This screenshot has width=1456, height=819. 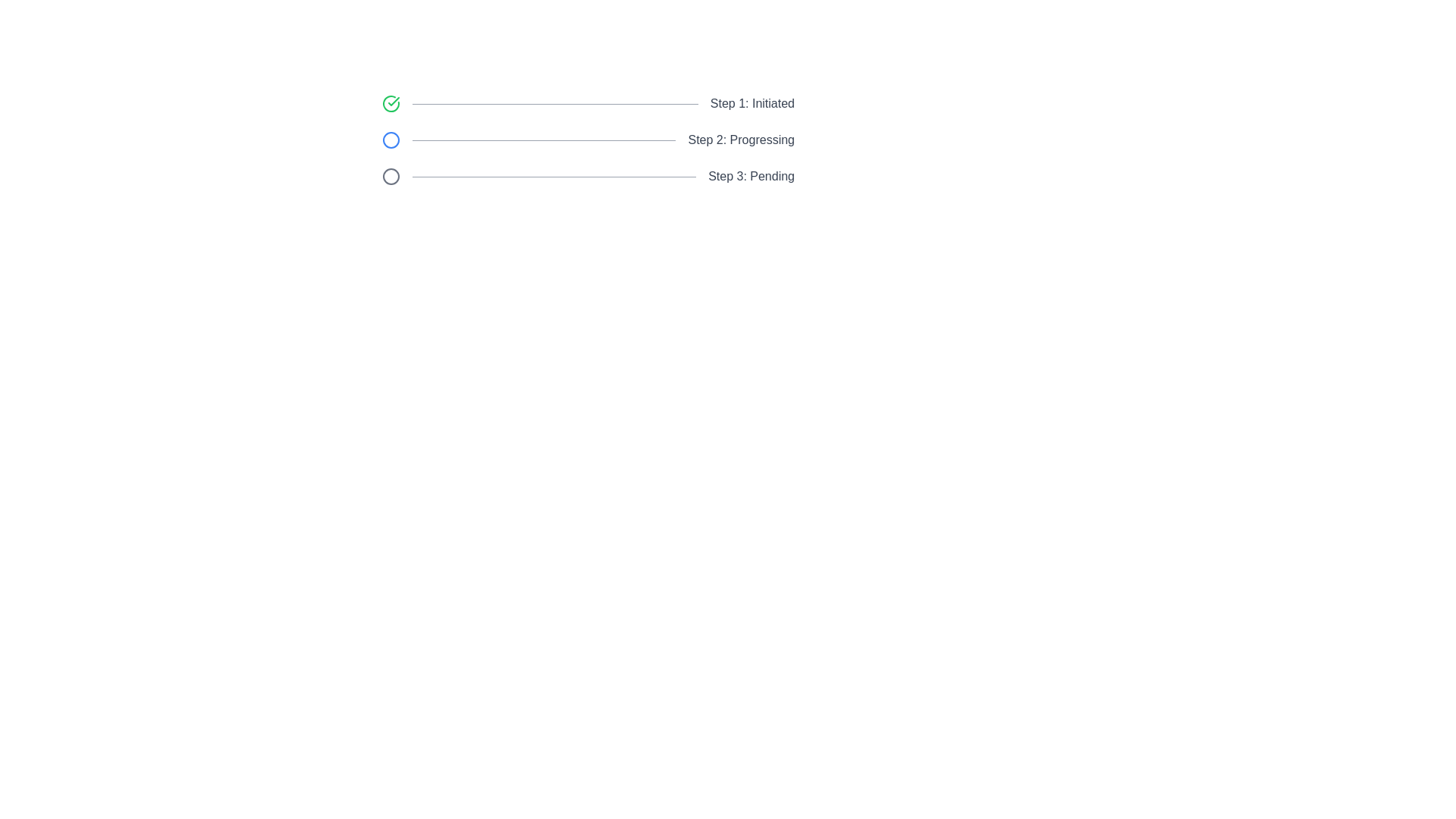 I want to click on the Progress Tracker element, which contains a sequence of steps with visual indicators including a green check mark for 'Initiated', a blue circle for 'Progressing', and a gray circle for 'Pending', so click(x=588, y=140).